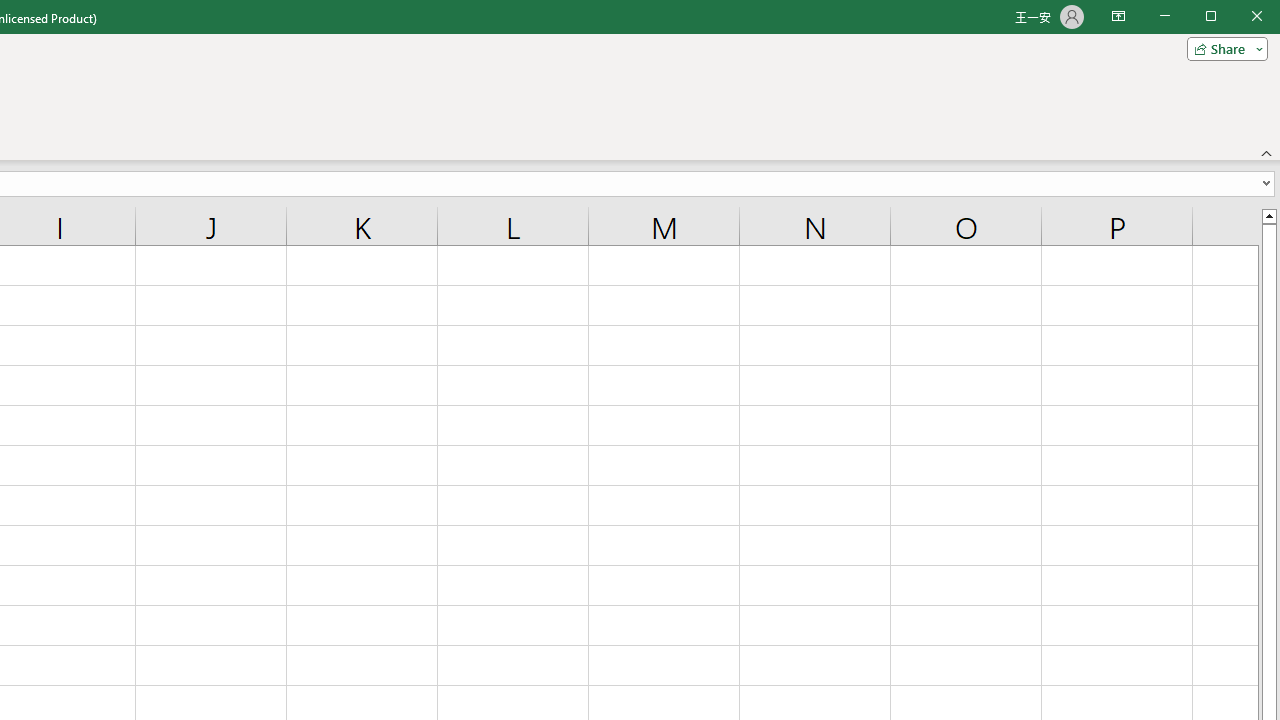 Image resolution: width=1280 pixels, height=720 pixels. What do you see at coordinates (1238, 18) in the screenshot?
I see `'Maximize'` at bounding box center [1238, 18].